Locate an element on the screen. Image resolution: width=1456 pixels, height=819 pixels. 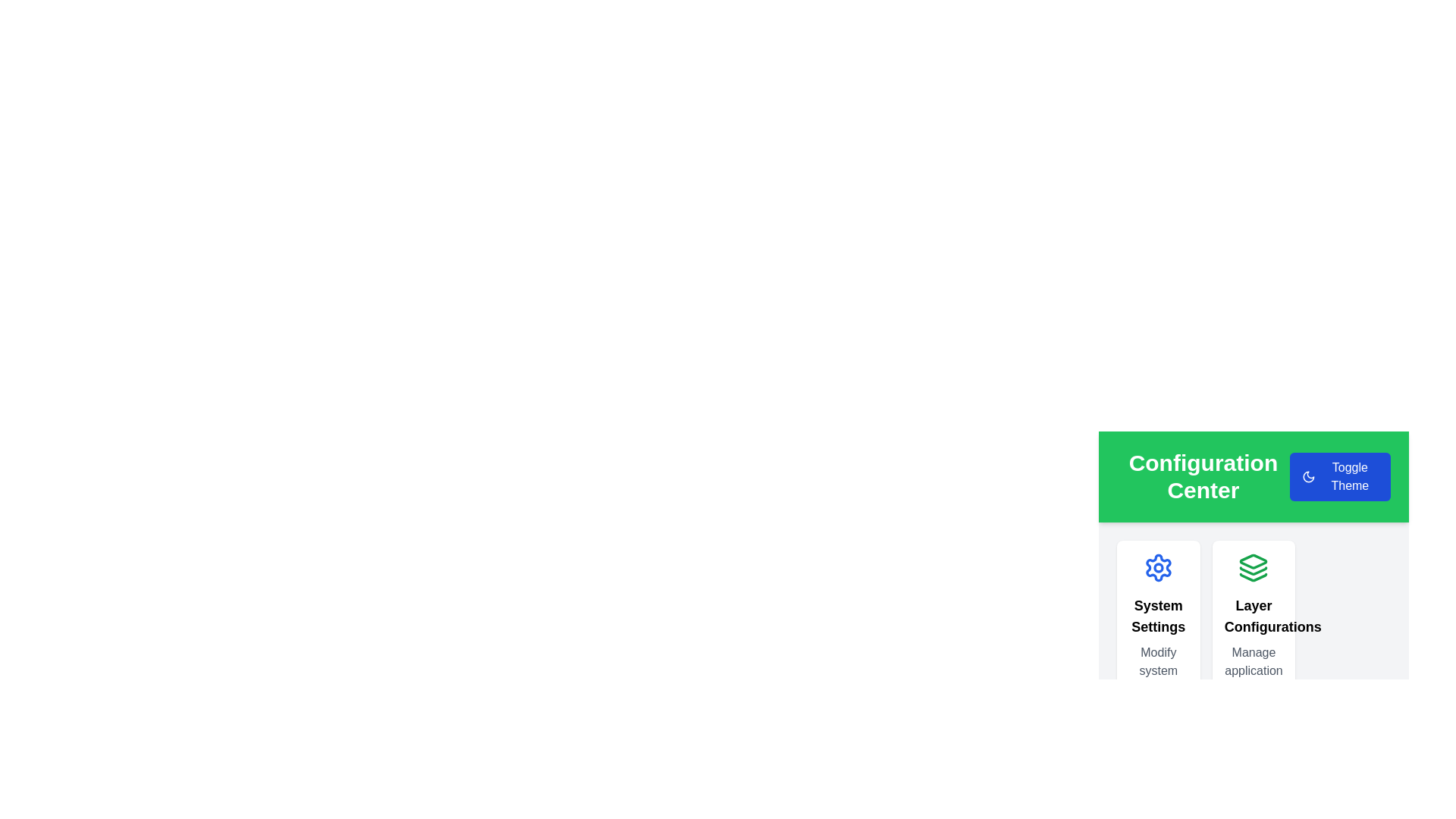
the green and white icon resembling a stack of layers with a diamond-like shape in the center, located within the 'Layer Configurations' menu is located at coordinates (1254, 561).